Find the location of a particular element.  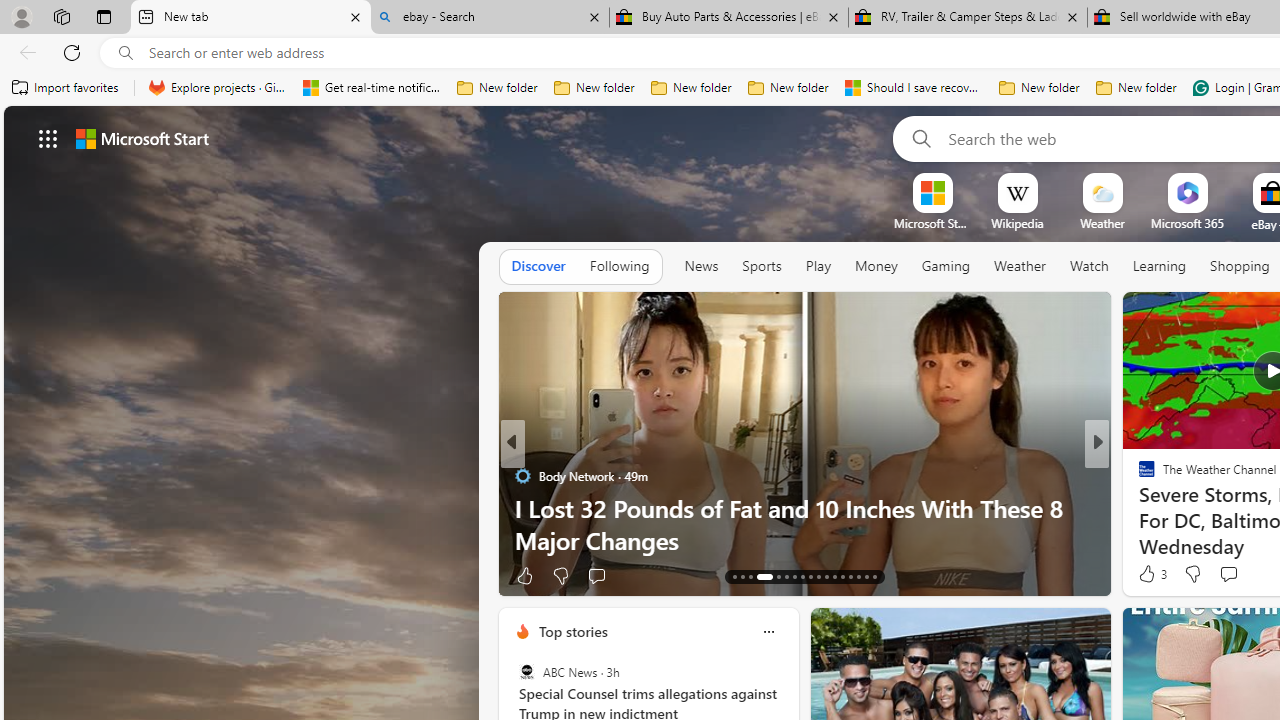

'Play' is located at coordinates (818, 266).